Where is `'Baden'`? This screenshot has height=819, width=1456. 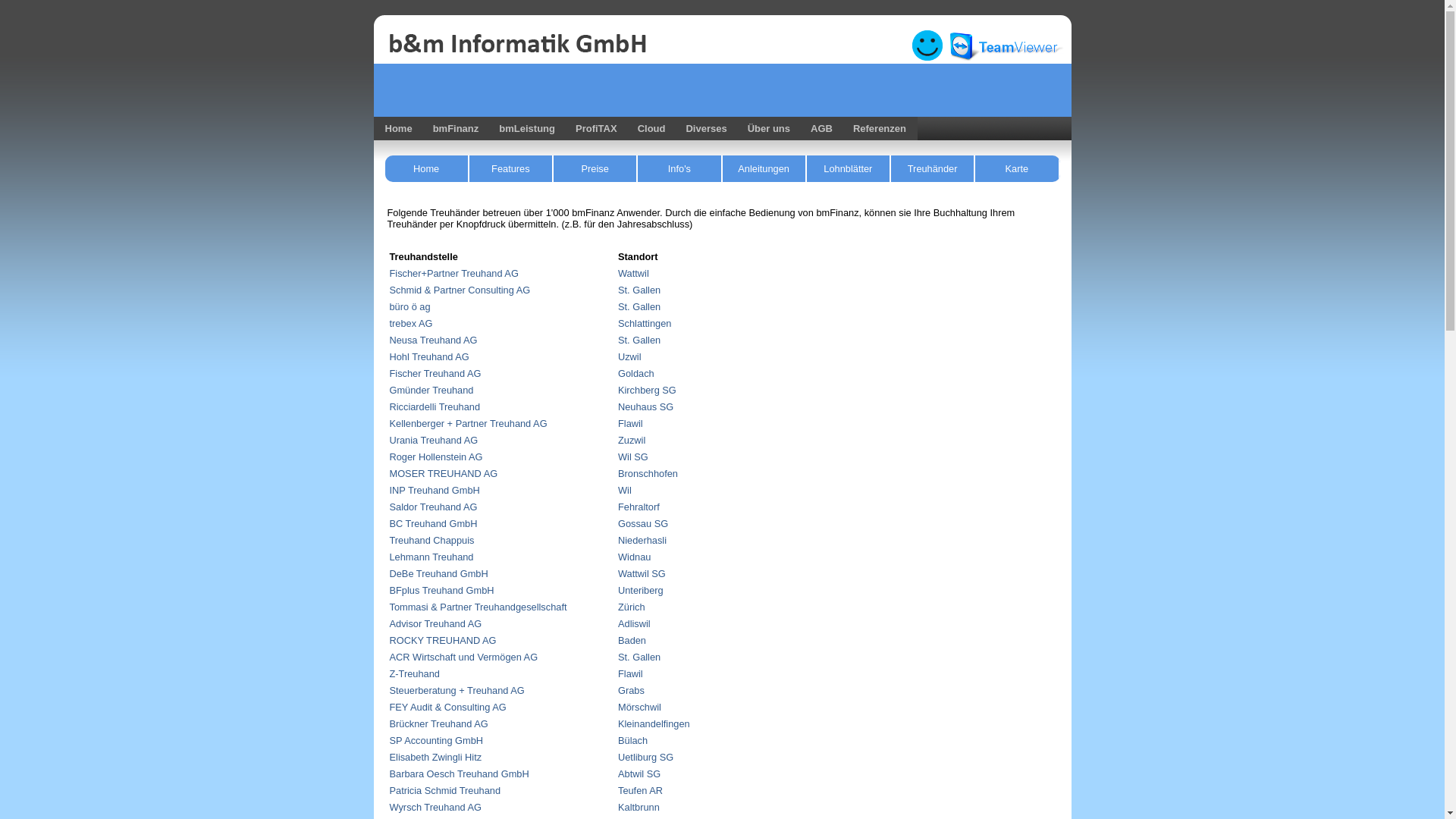 'Baden' is located at coordinates (618, 640).